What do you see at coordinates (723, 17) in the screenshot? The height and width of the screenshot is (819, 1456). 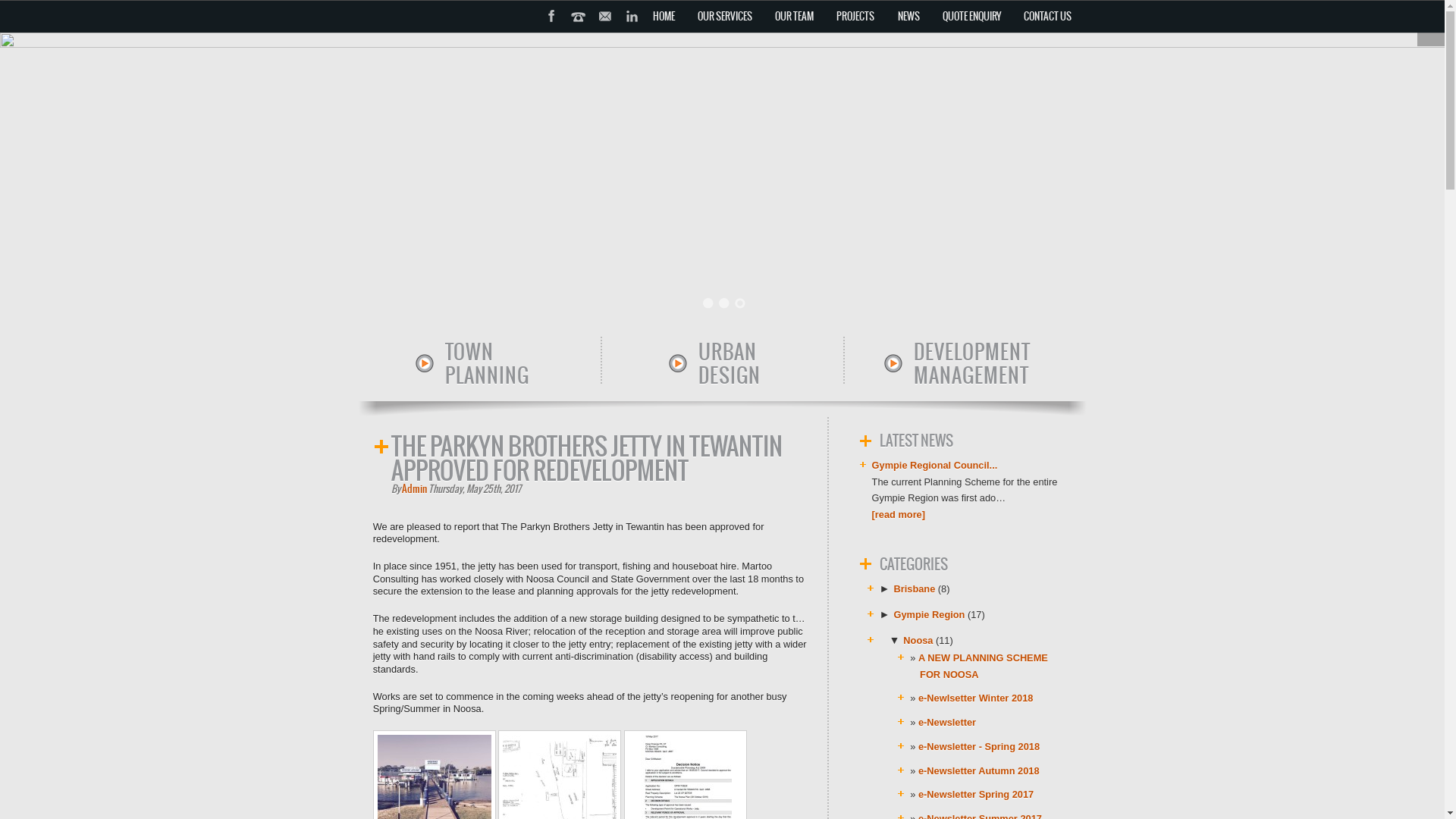 I see `'OUR SERVICES'` at bounding box center [723, 17].